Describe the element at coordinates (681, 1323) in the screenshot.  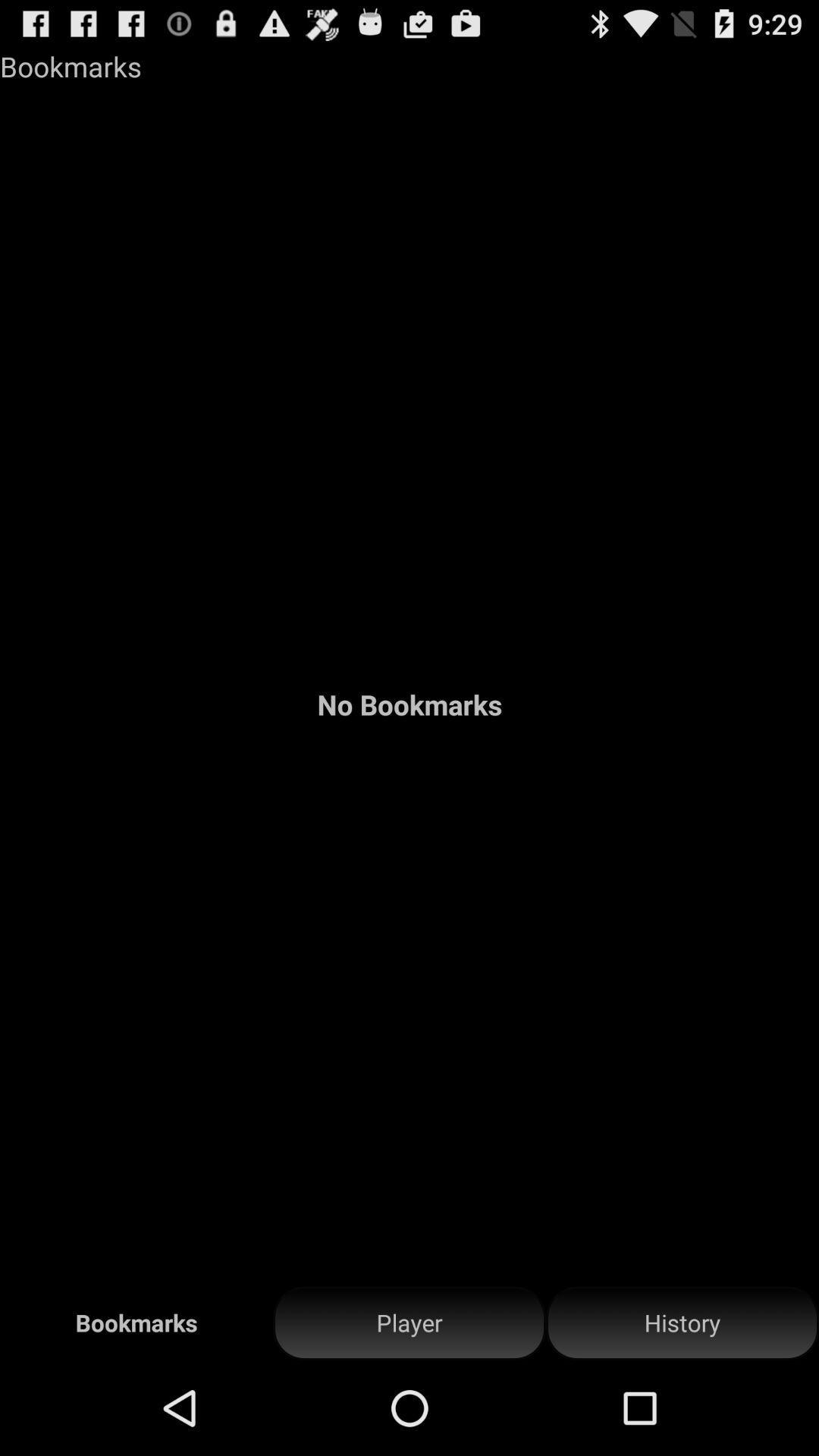
I see `the history at the bottom right corner` at that location.